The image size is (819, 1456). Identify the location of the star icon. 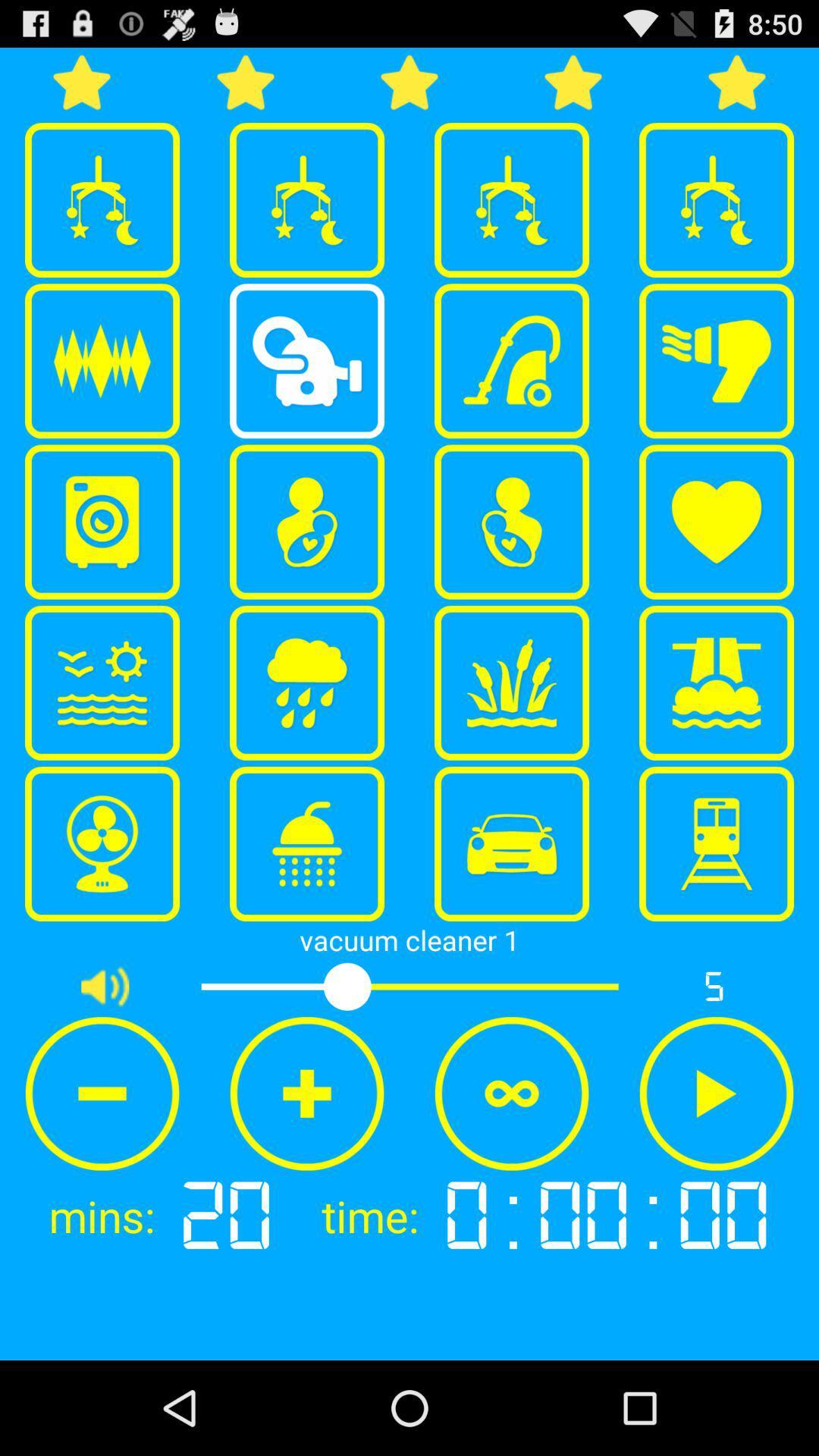
(573, 87).